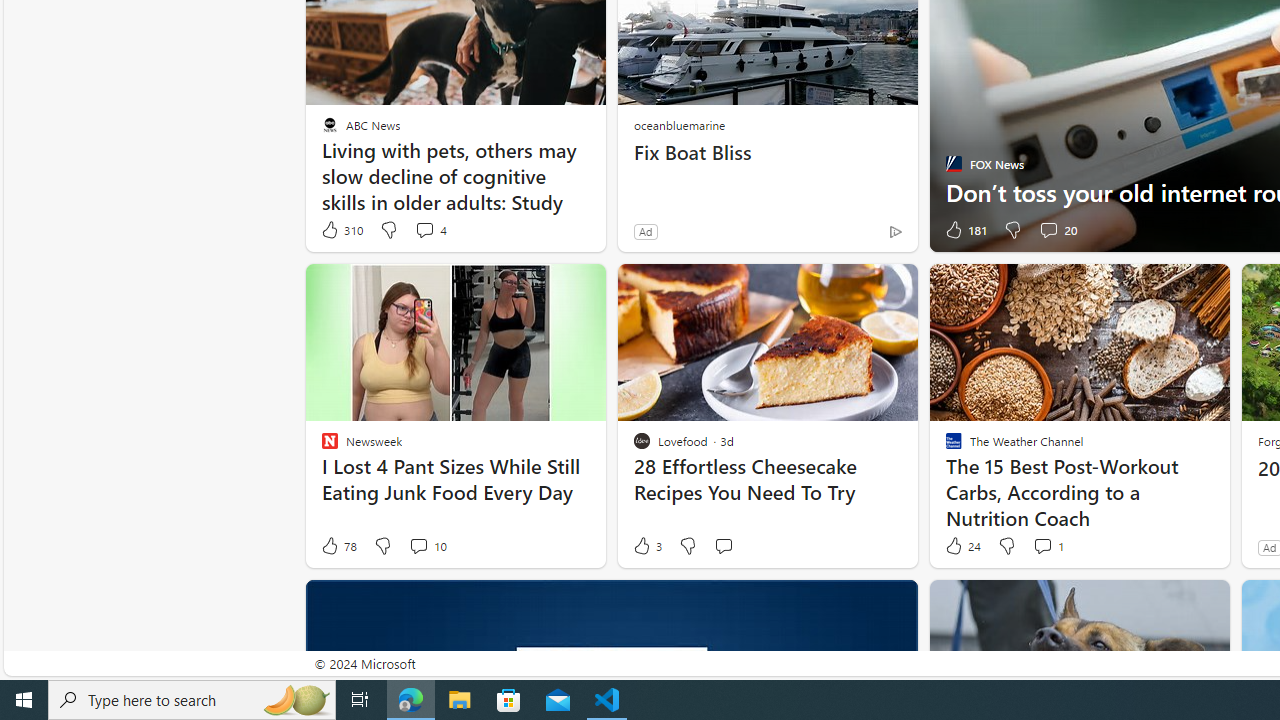  I want to click on 'Fix Boat Bliss', so click(767, 152).